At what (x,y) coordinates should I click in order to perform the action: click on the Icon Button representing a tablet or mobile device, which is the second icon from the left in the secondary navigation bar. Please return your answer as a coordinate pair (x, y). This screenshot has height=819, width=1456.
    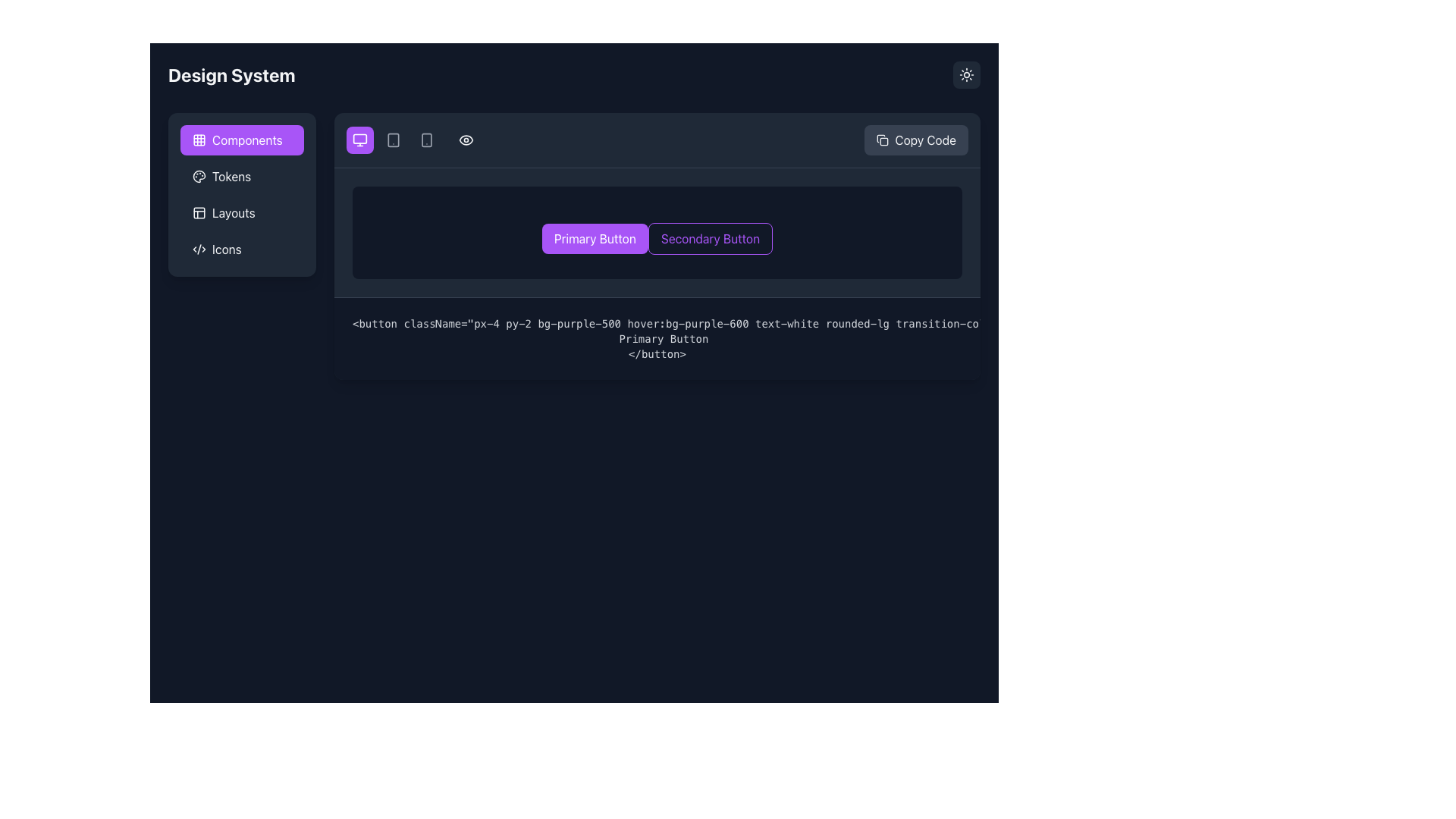
    Looking at the image, I should click on (393, 140).